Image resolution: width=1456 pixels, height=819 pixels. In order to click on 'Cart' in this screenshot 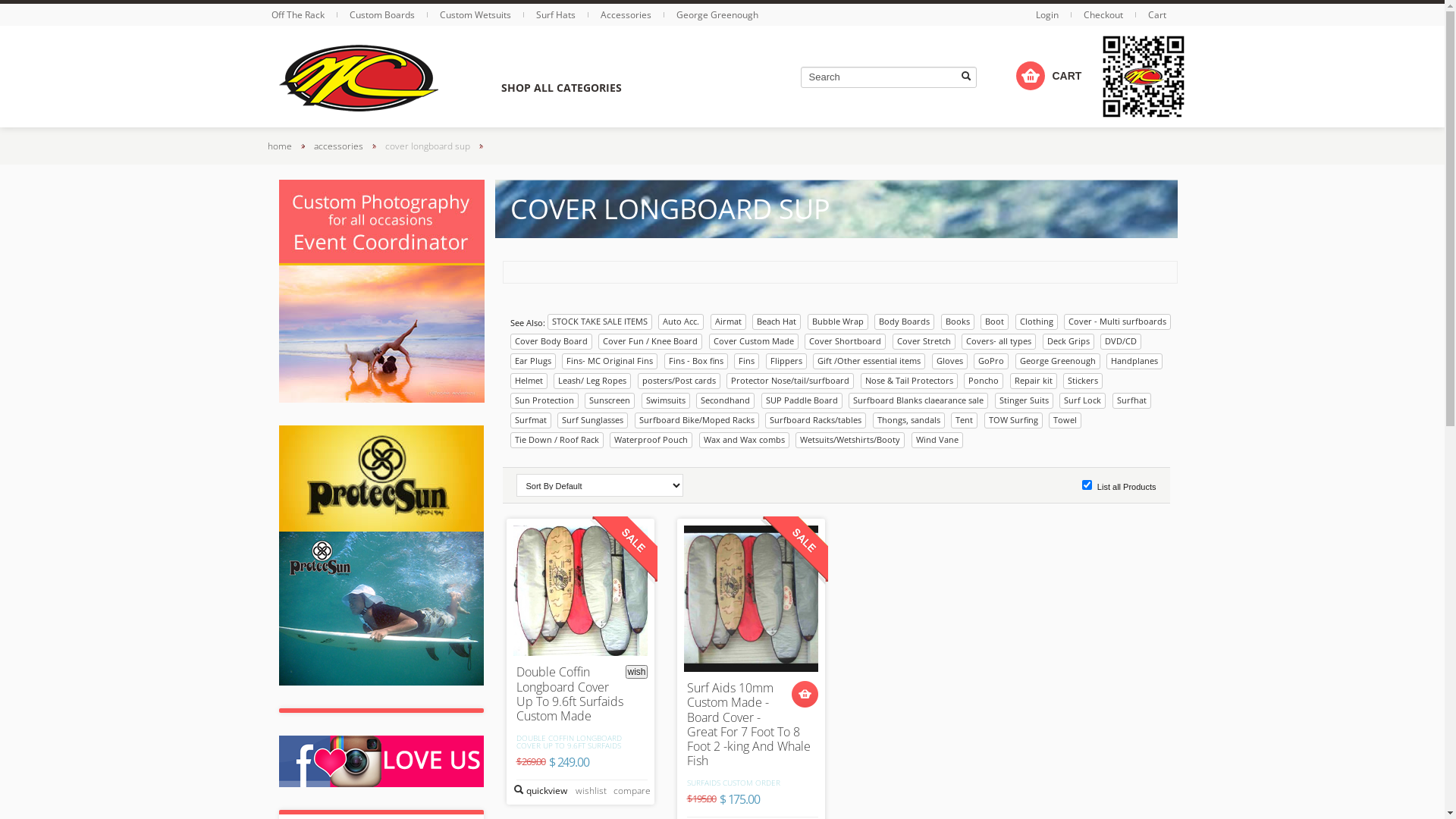, I will do `click(1156, 14)`.